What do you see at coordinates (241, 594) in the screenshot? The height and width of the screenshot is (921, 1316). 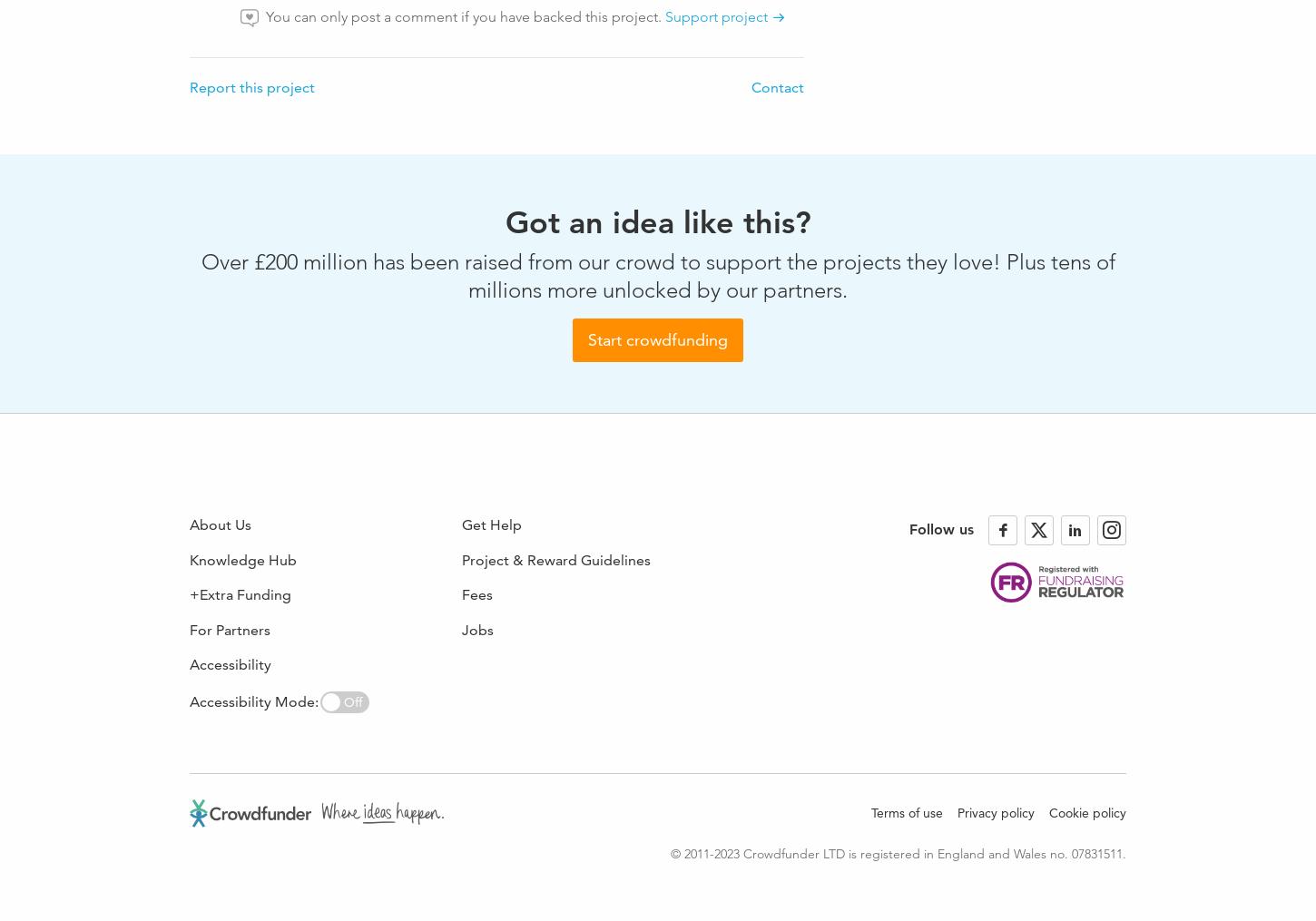 I see `'+Extra Funding'` at bounding box center [241, 594].